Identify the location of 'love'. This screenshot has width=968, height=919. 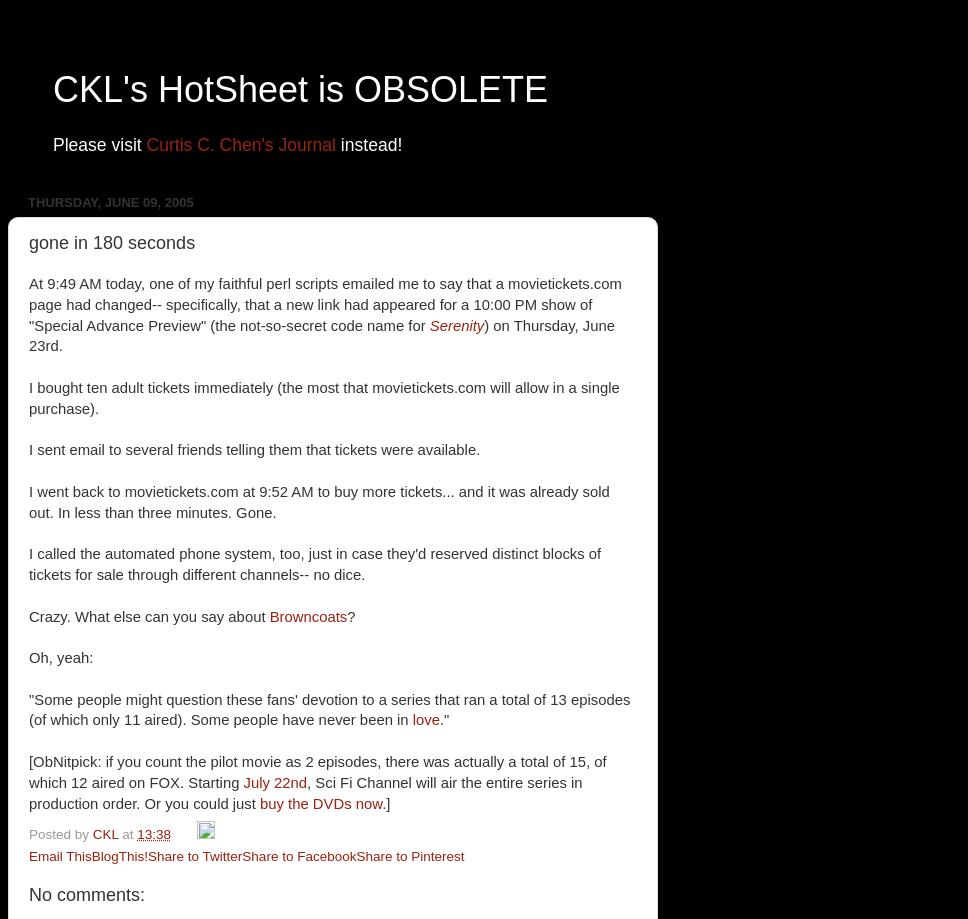
(425, 719).